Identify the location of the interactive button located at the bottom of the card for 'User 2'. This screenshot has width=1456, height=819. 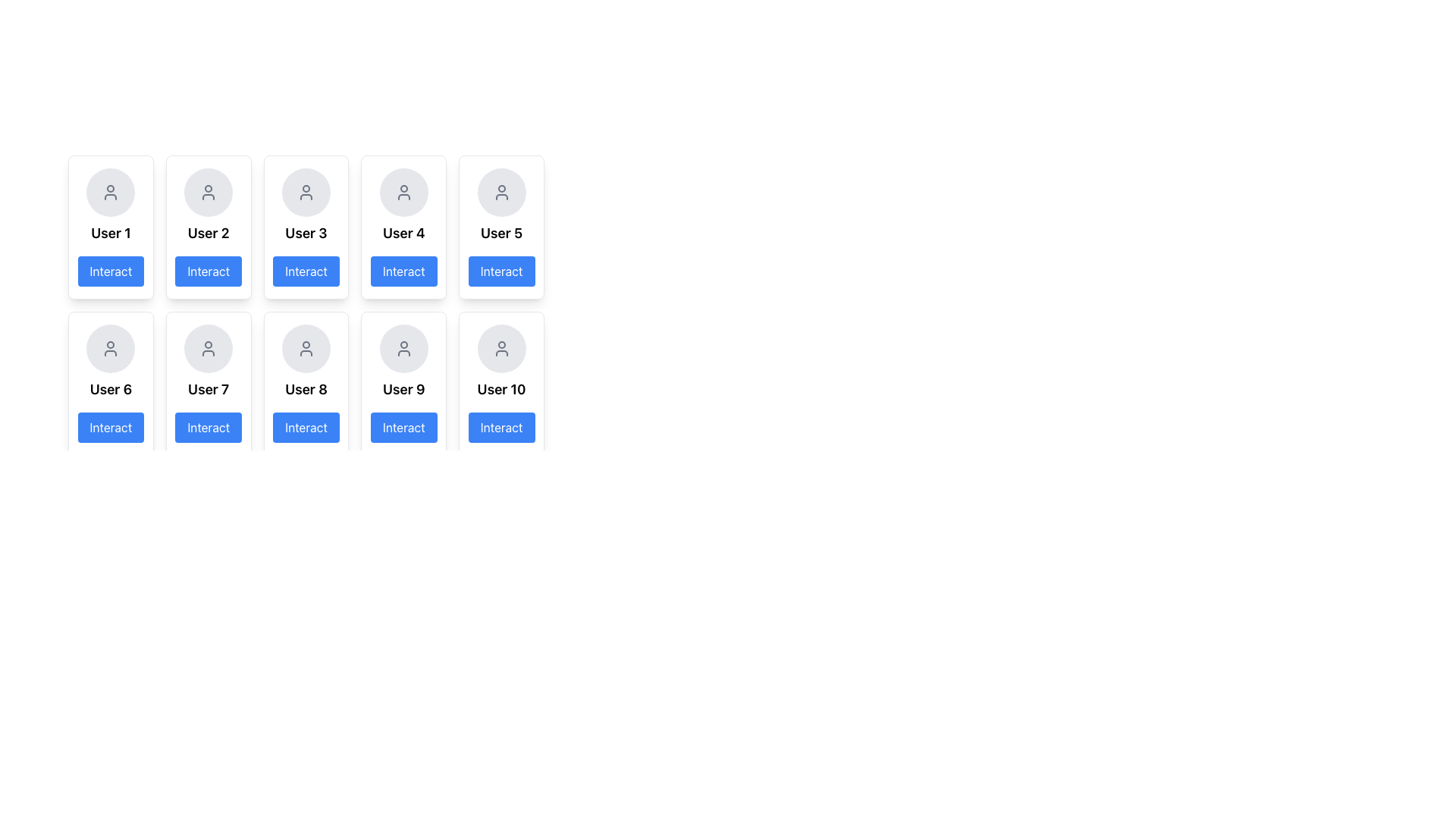
(208, 271).